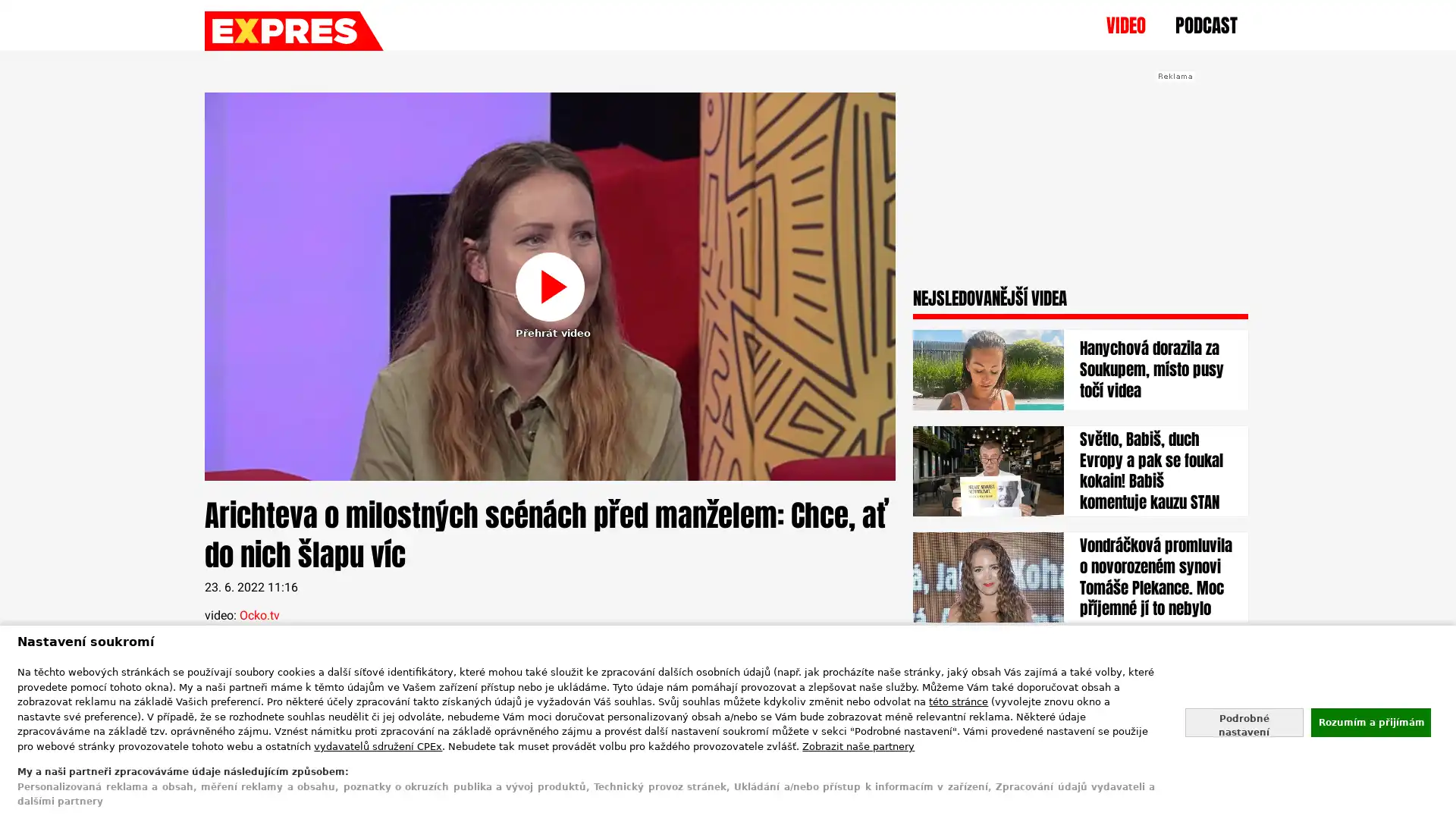 This screenshot has width=1456, height=819. Describe the element at coordinates (1370, 721) in the screenshot. I see `Souhlasit s nasim zpracovanim udaju a zavrit` at that location.